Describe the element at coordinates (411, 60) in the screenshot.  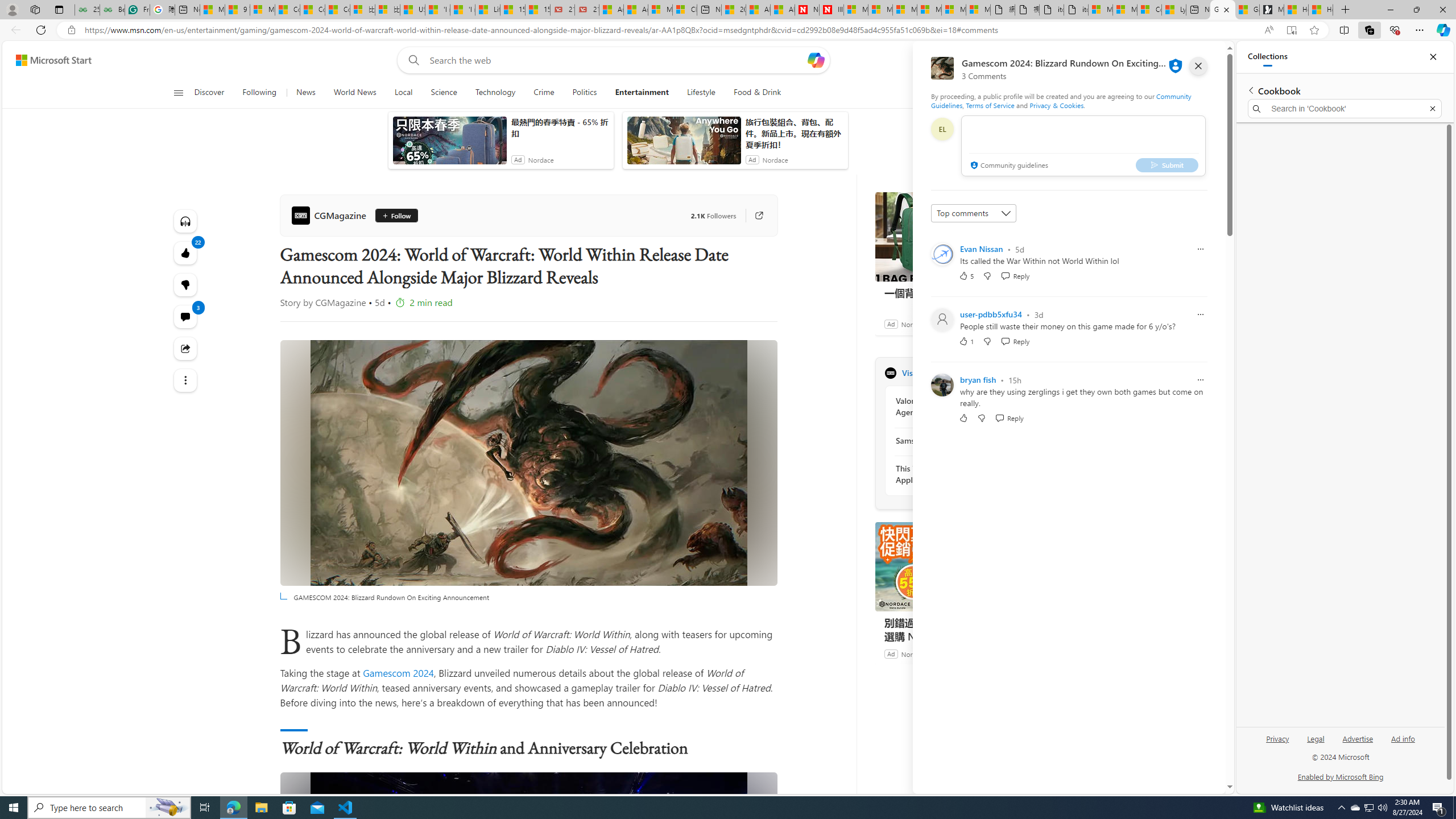
I see `'Web search'` at that location.